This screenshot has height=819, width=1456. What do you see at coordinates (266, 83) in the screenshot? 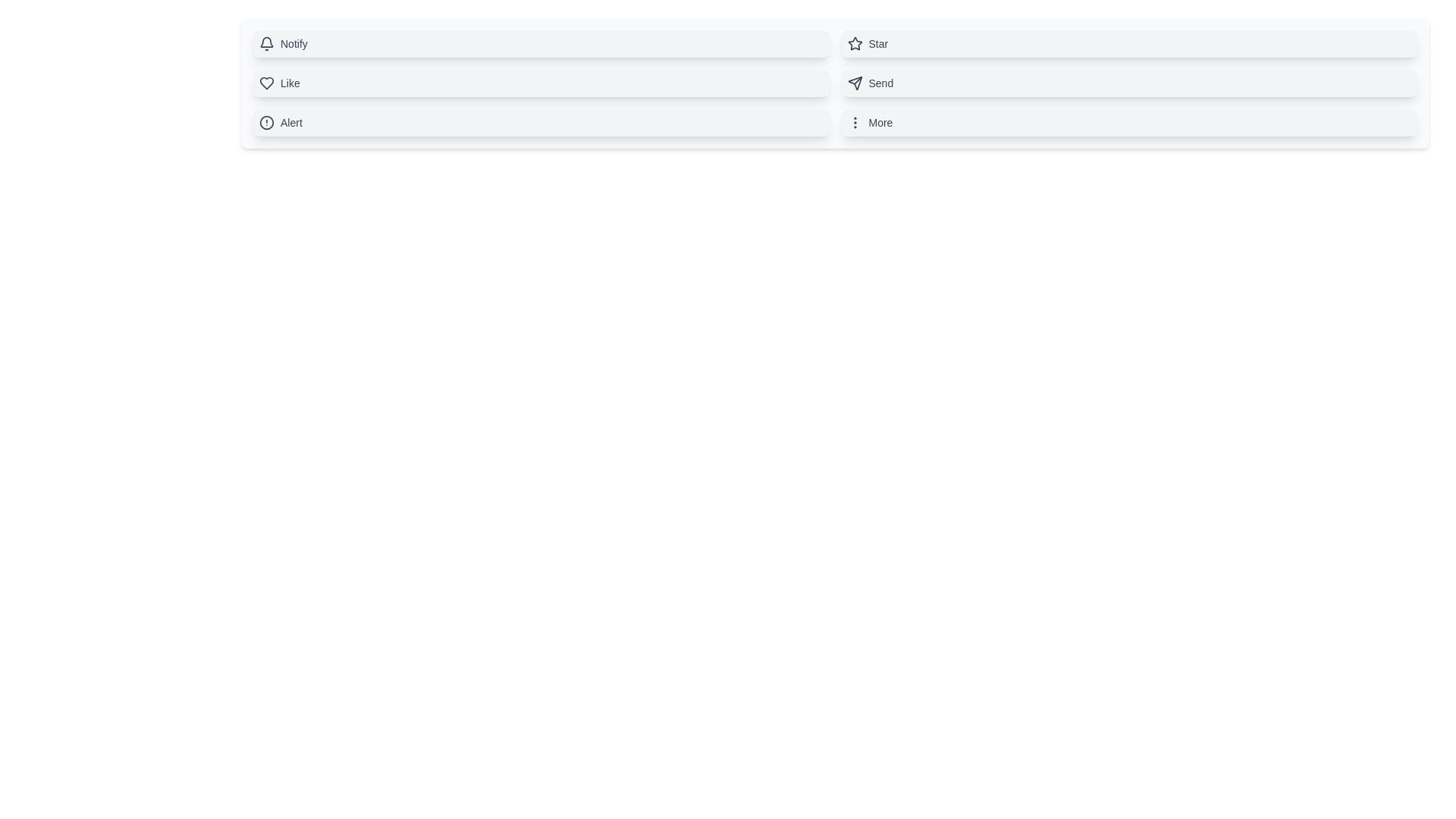
I see `the heart-shaped icon located as the second item in a vertical list, positioned between the 'Notify' icon above and the 'Alert' icon below` at bounding box center [266, 83].